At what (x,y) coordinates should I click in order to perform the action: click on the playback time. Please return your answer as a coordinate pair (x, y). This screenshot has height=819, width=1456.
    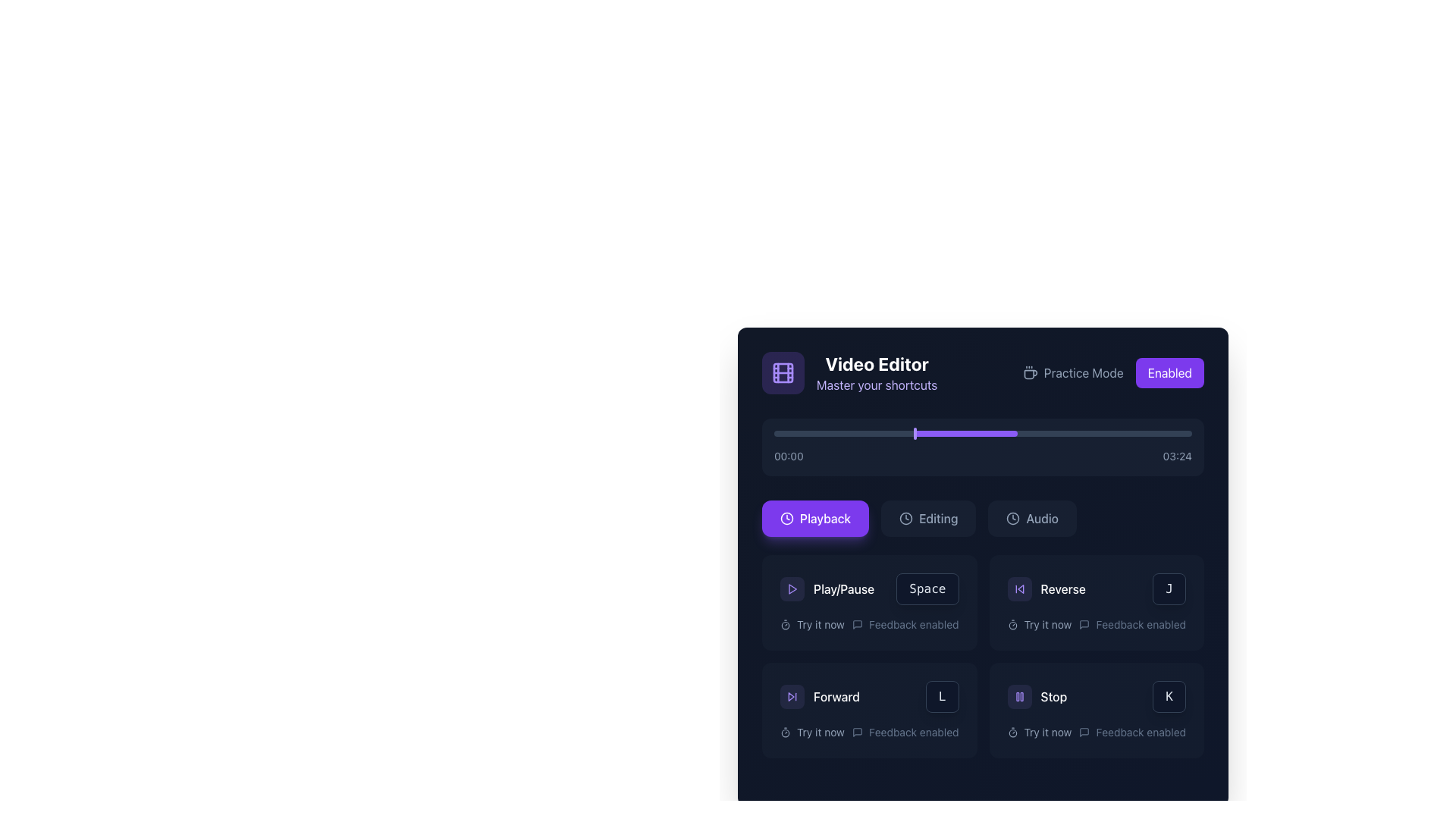
    Looking at the image, I should click on (819, 433).